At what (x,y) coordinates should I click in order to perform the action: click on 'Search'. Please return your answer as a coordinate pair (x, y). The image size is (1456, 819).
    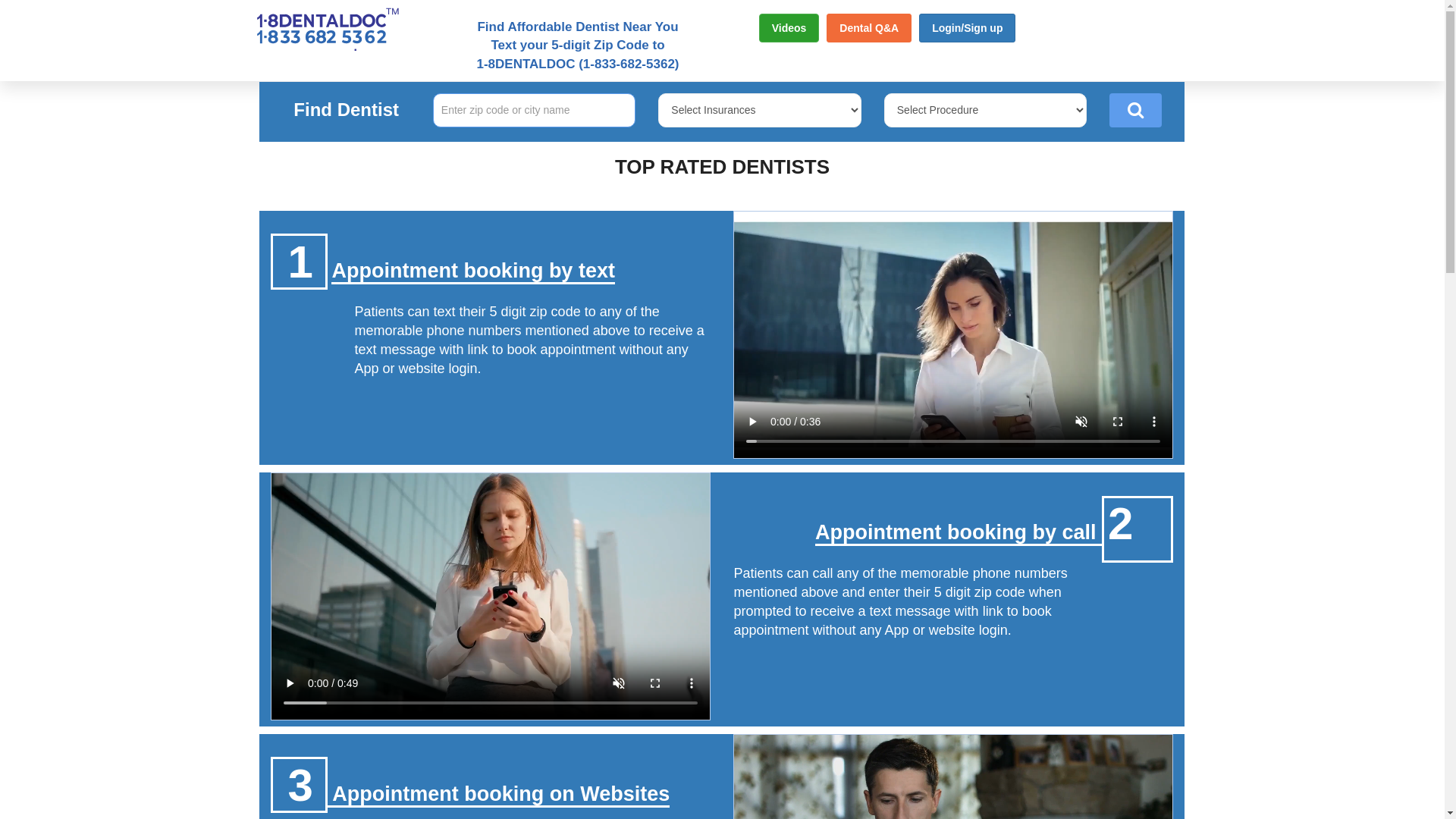
    Looking at the image, I should click on (1135, 109).